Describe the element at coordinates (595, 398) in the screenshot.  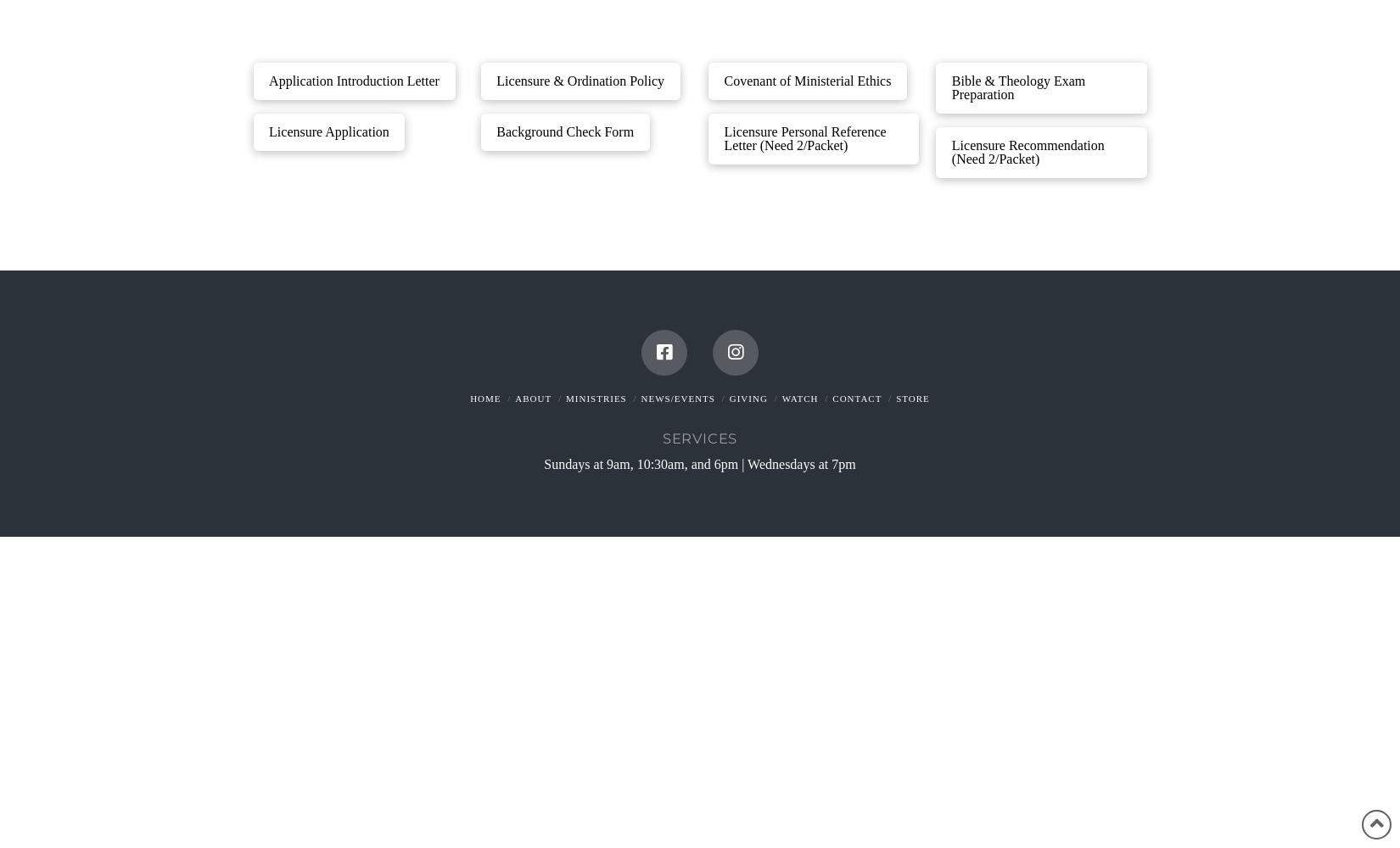
I see `'Ministries'` at that location.